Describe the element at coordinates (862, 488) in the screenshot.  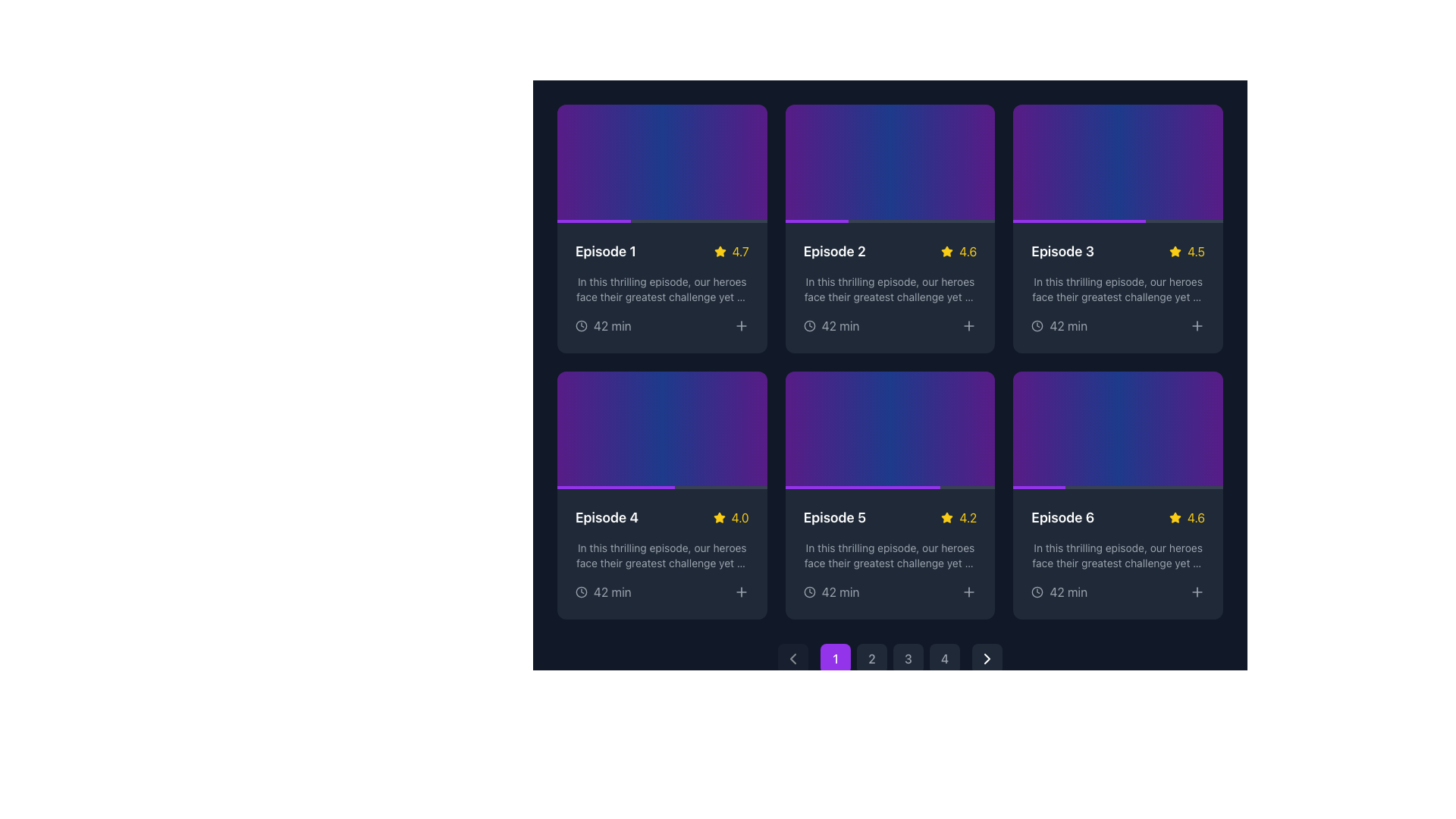
I see `the visual progress representation of the progress indicator for 'Episode 5', which occupies the leftmost 74% of the progress bar` at that location.